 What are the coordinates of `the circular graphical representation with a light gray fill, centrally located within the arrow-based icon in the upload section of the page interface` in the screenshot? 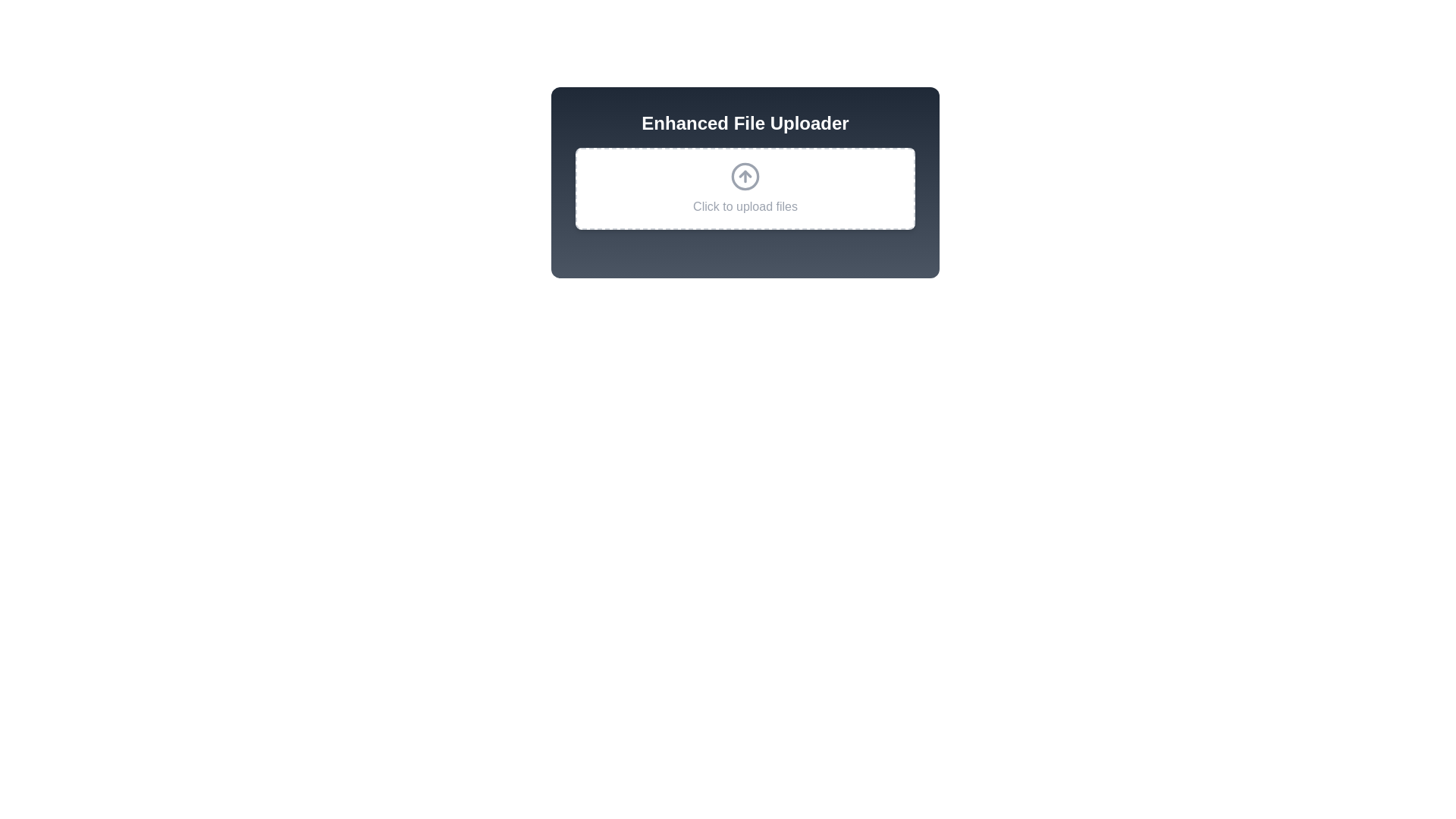 It's located at (745, 175).